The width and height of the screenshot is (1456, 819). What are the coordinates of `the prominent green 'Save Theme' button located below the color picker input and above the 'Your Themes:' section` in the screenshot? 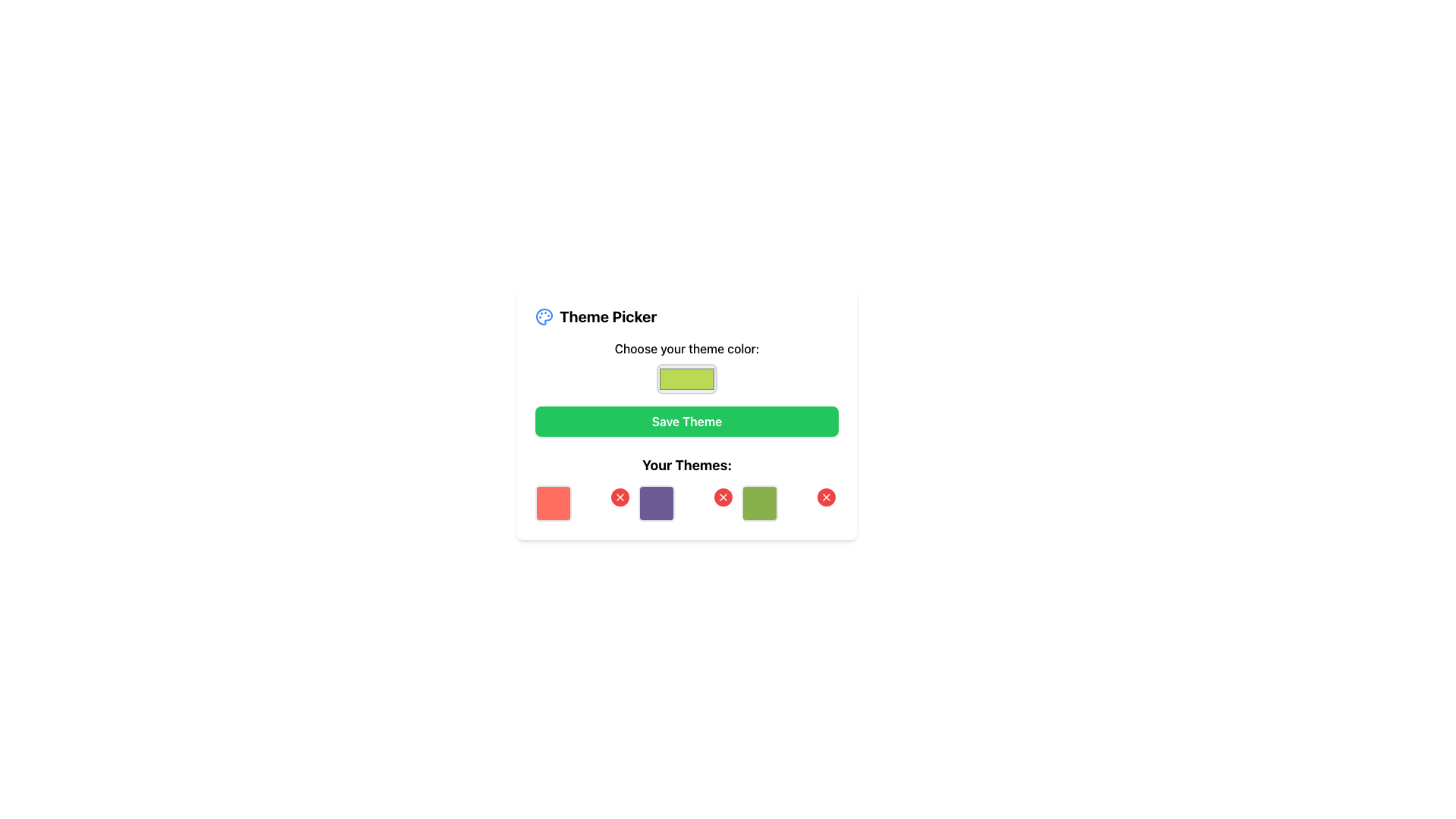 It's located at (686, 421).